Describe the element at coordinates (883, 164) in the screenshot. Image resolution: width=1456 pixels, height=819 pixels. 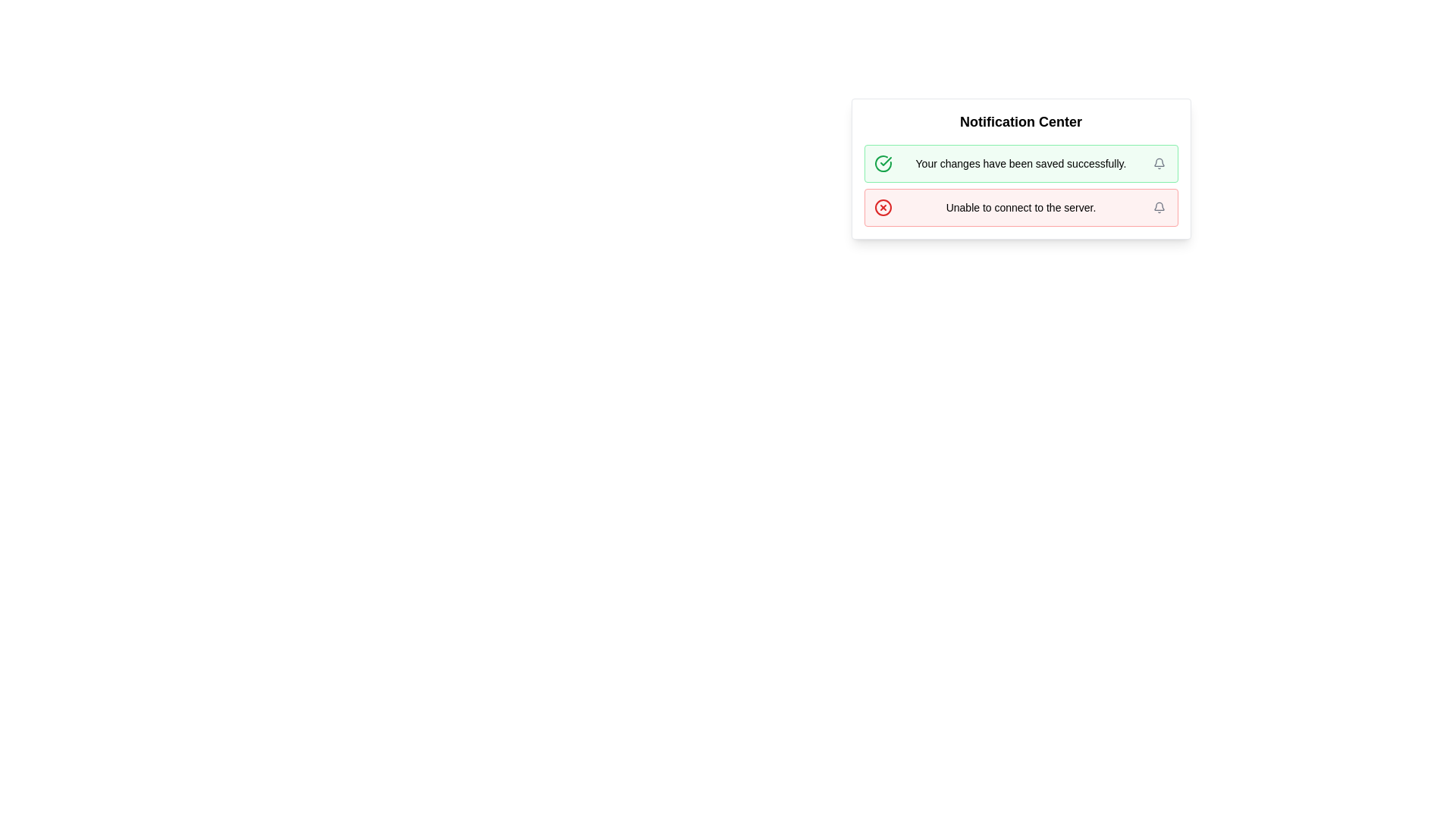
I see `the green stroke segment of the circular icon located on the left side of the notification message indicating a successful save operation` at that location.